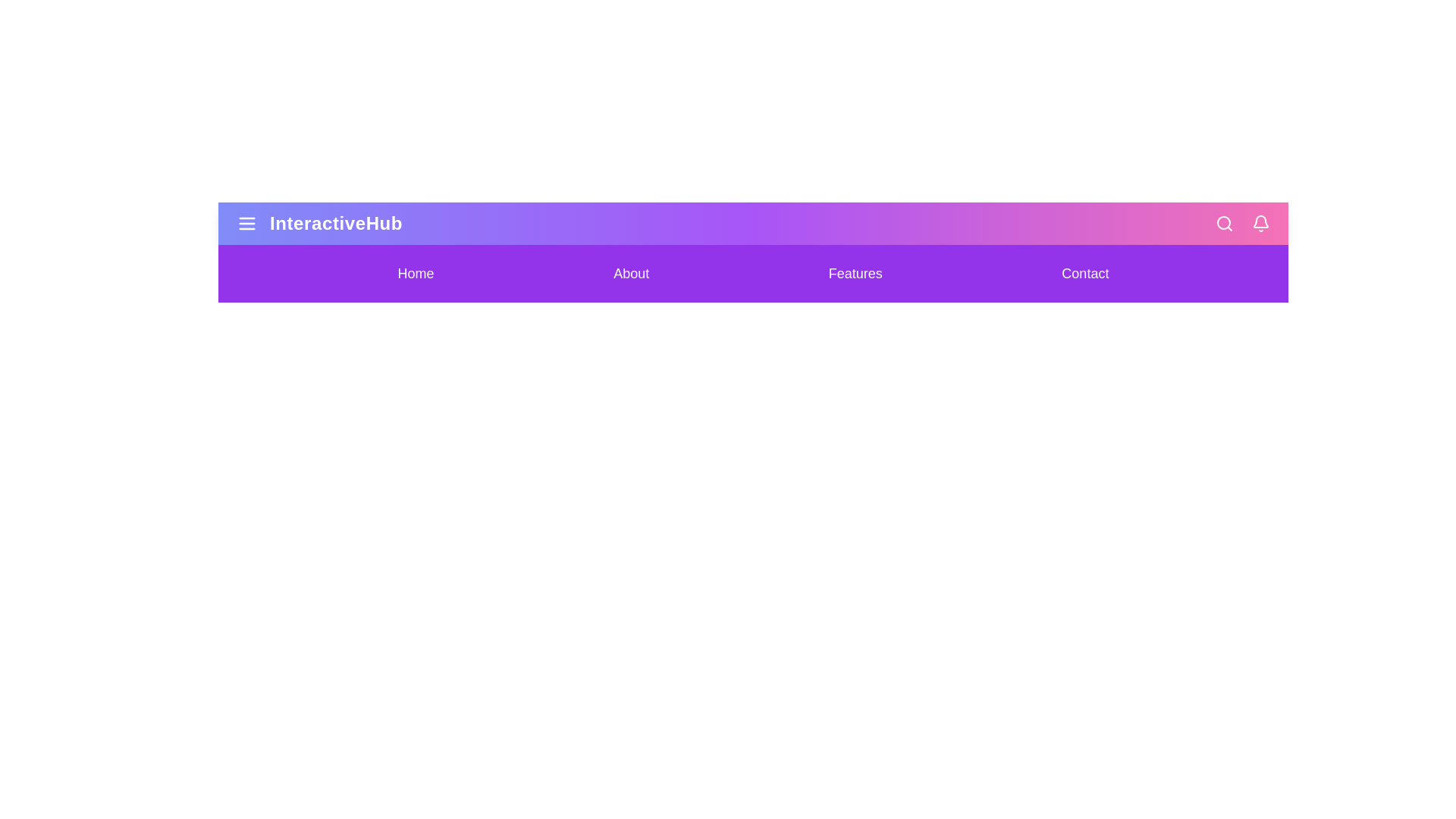  Describe the element at coordinates (335, 223) in the screenshot. I see `the text 'InteractiveHub' in the app bar` at that location.